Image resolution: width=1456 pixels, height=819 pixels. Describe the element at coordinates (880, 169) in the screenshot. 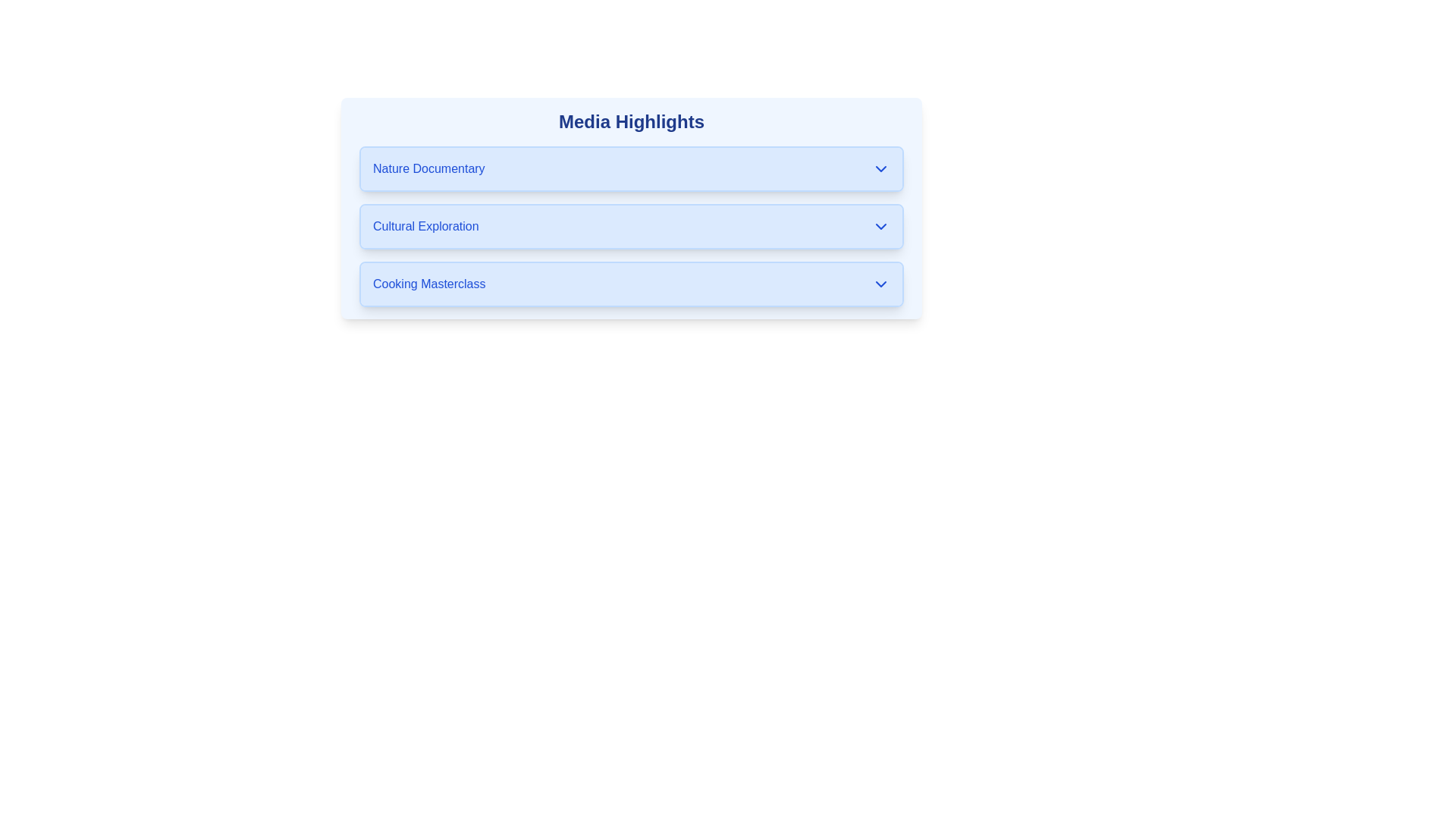

I see `the Chevron Down Icon located at the right edge of the 'Nature Documentary' section` at that location.